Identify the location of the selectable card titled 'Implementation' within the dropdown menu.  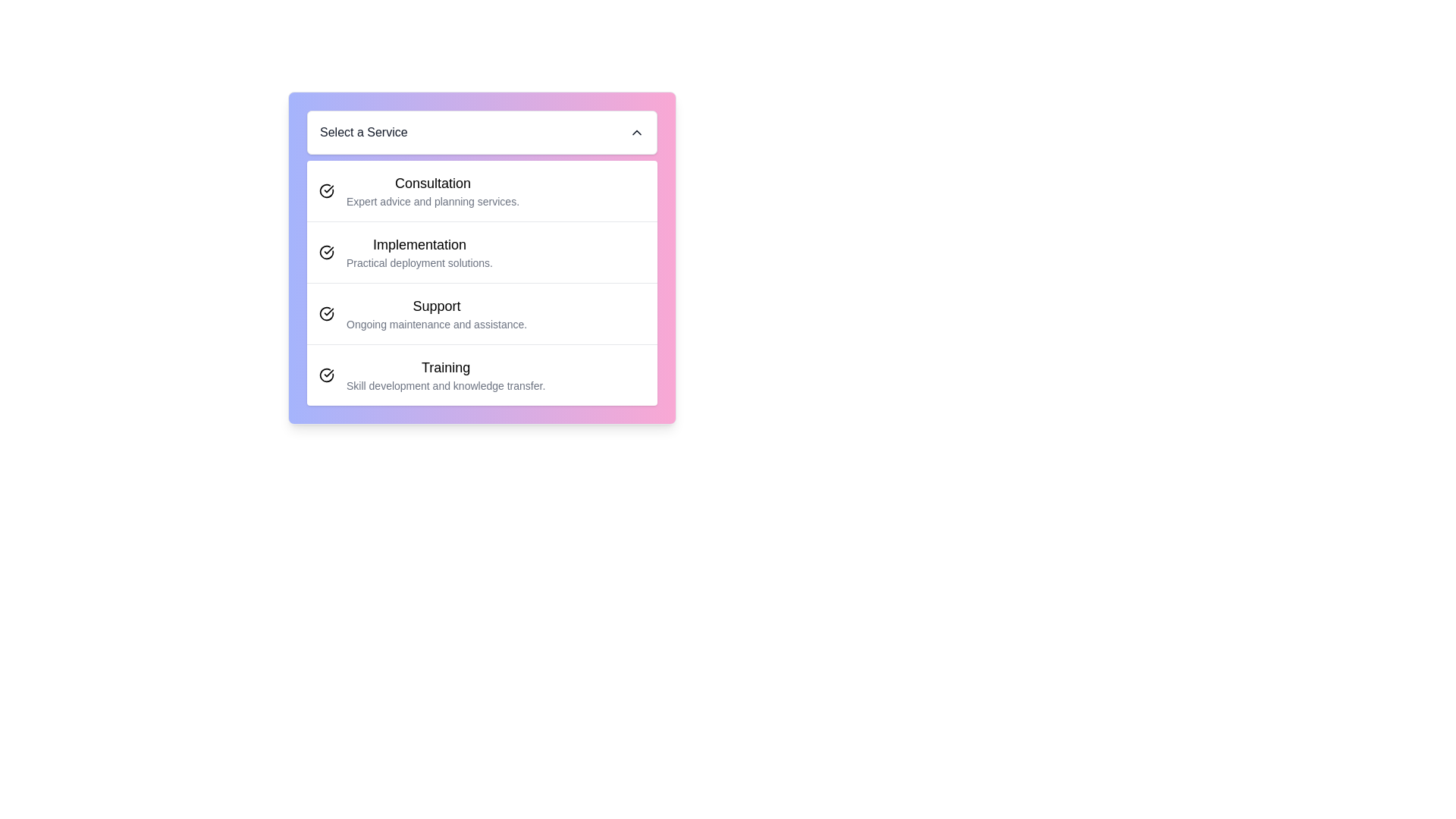
(481, 257).